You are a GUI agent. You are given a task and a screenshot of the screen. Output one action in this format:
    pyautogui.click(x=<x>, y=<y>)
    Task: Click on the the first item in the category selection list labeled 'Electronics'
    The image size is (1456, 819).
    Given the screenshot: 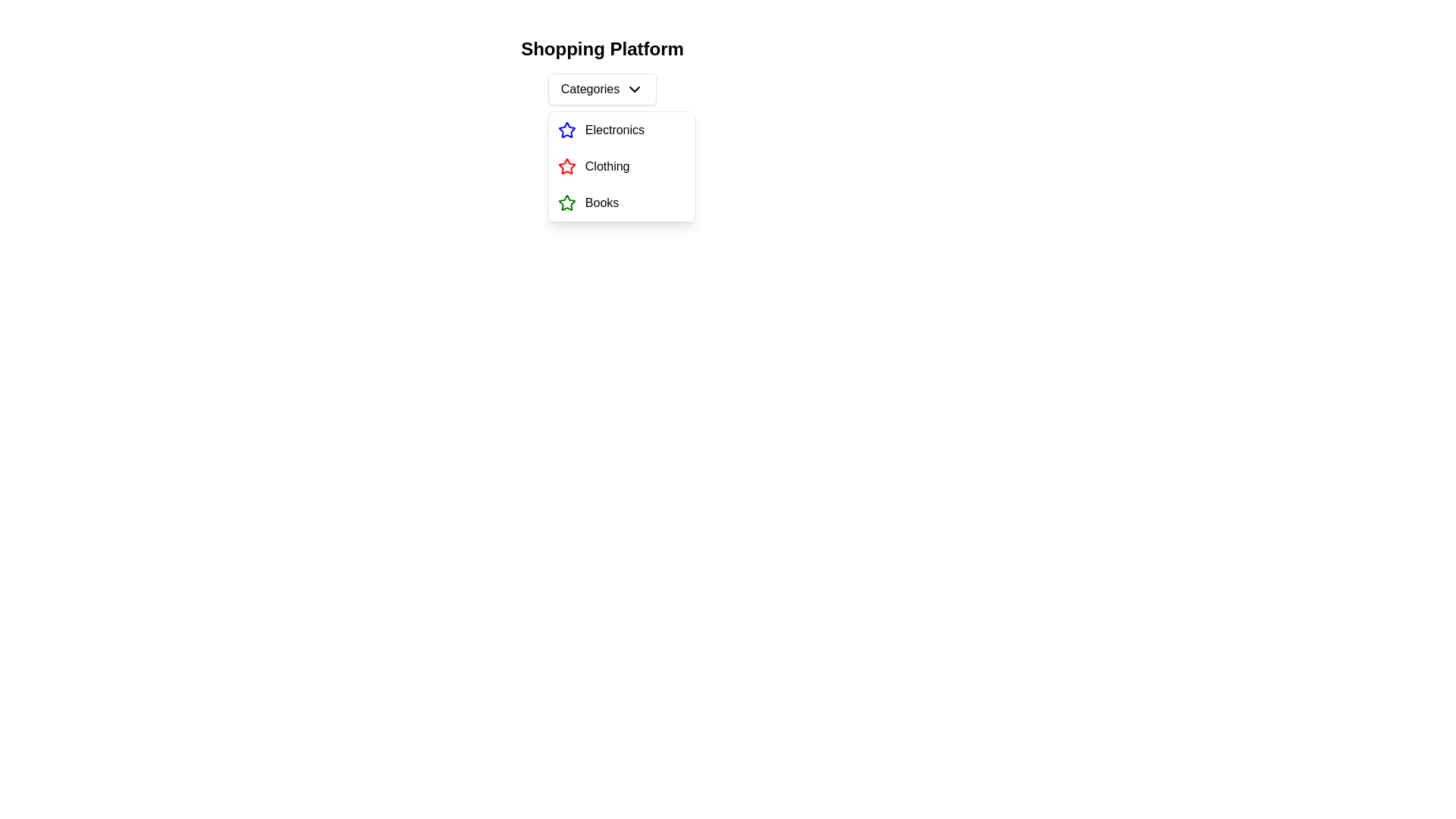 What is the action you would take?
    pyautogui.click(x=621, y=130)
    